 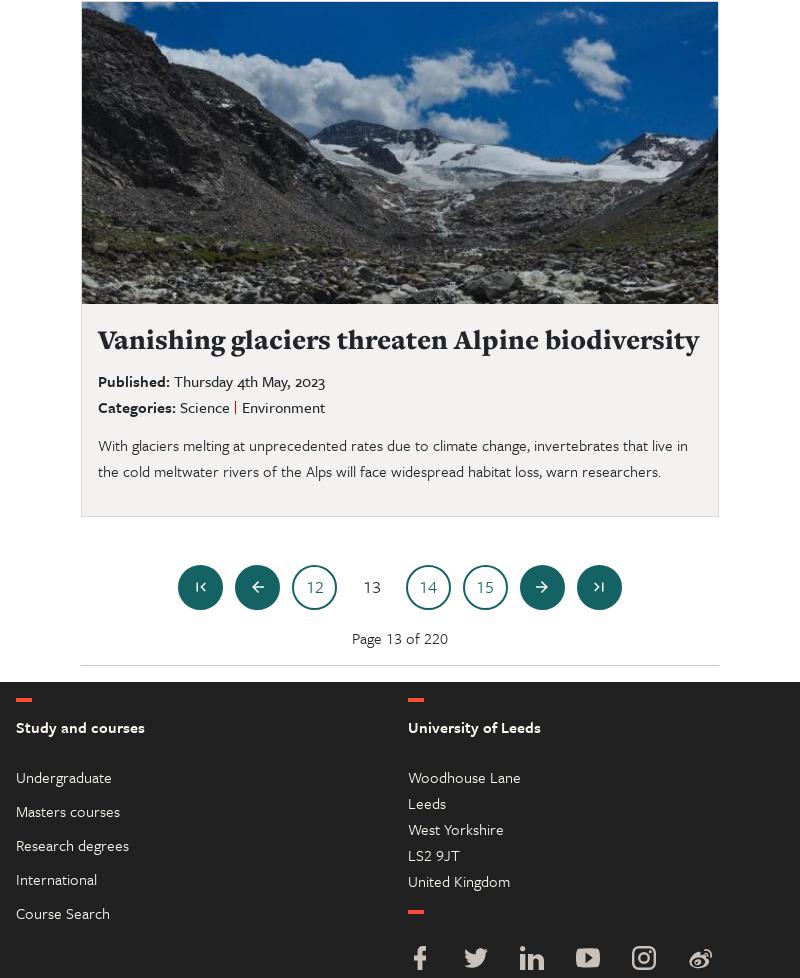 I want to click on 'Masters courses', so click(x=16, y=808).